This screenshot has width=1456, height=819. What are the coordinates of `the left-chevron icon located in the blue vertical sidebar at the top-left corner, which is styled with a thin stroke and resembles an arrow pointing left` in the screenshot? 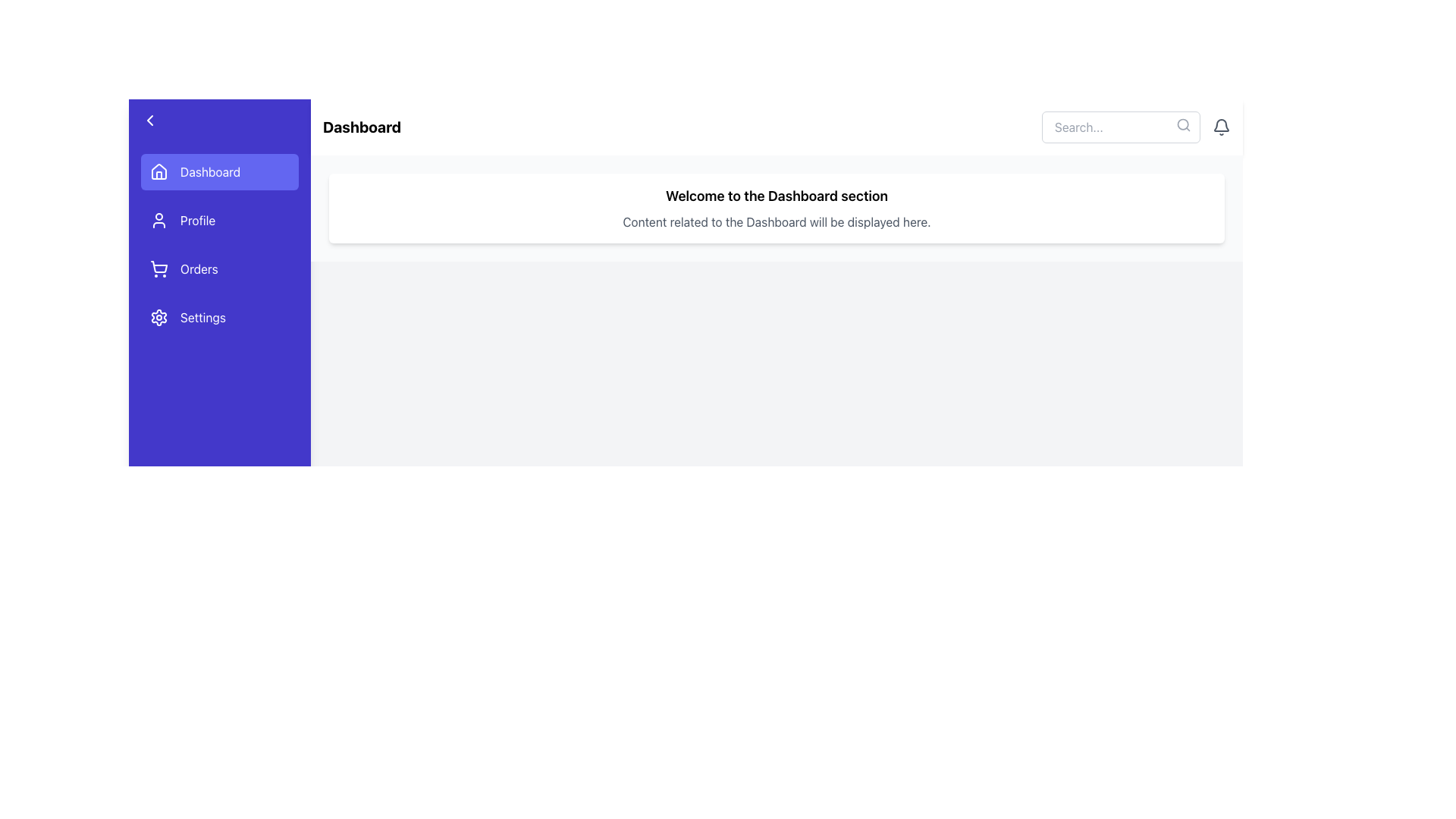 It's located at (149, 119).